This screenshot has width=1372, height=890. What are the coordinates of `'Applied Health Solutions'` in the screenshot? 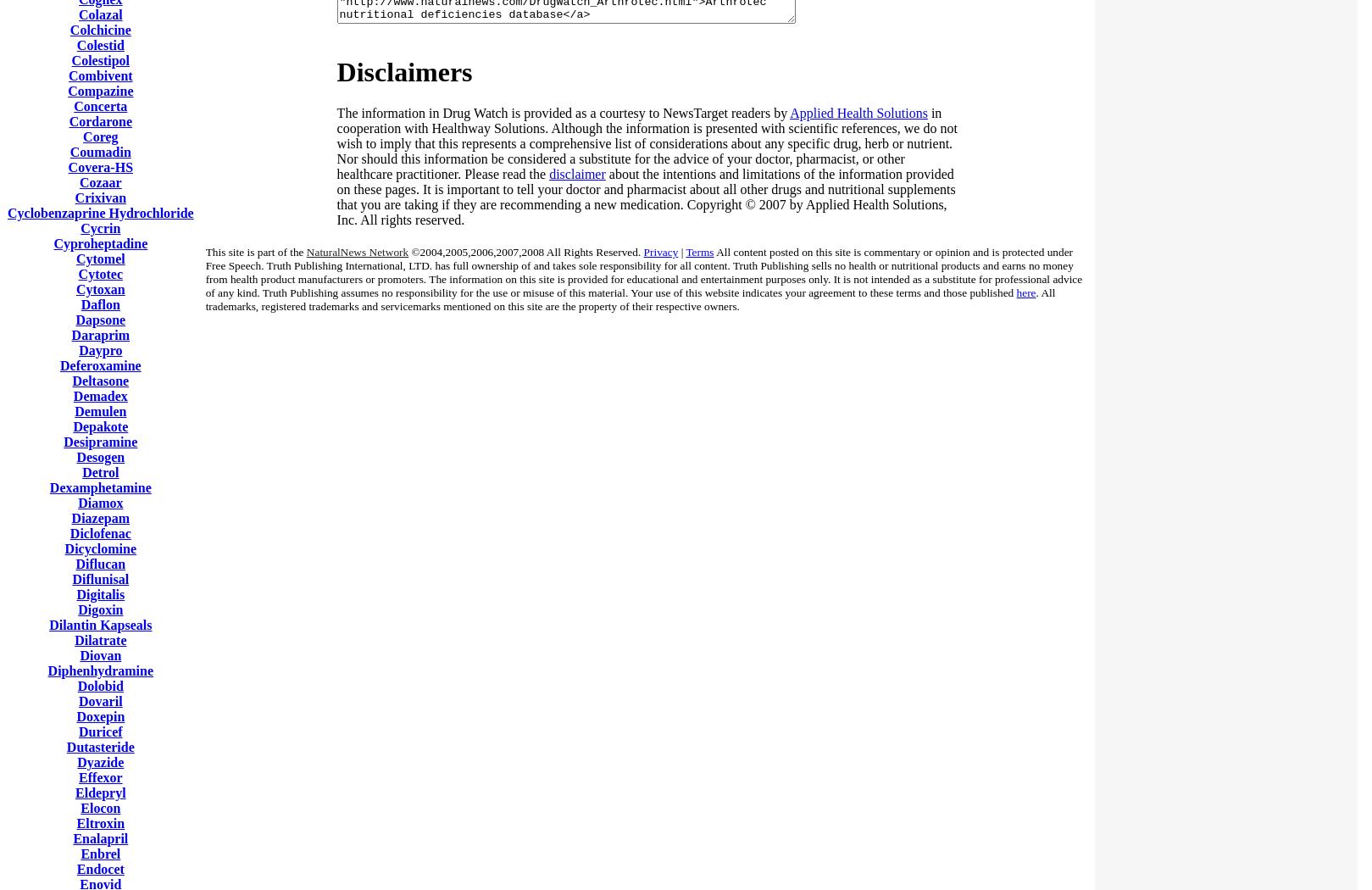 It's located at (858, 112).